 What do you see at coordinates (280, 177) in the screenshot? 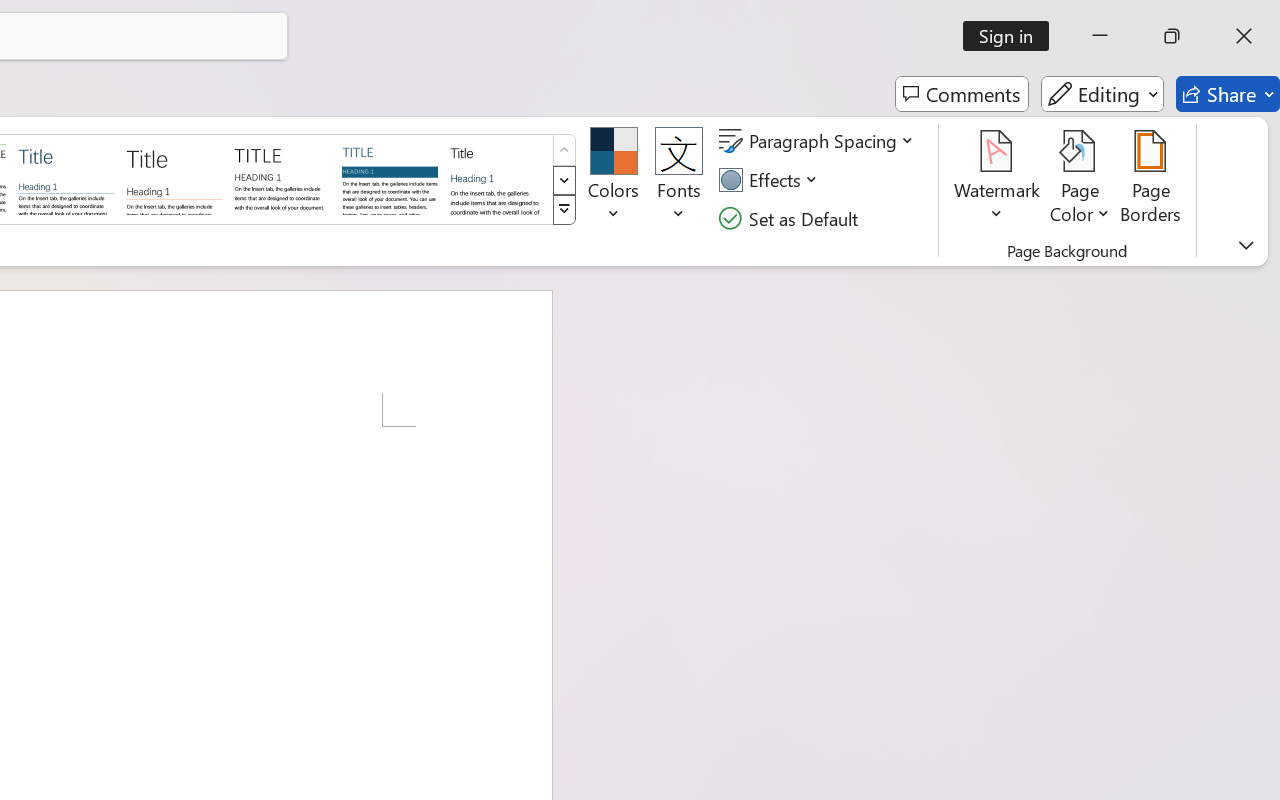
I see `'Minimalist'` at bounding box center [280, 177].